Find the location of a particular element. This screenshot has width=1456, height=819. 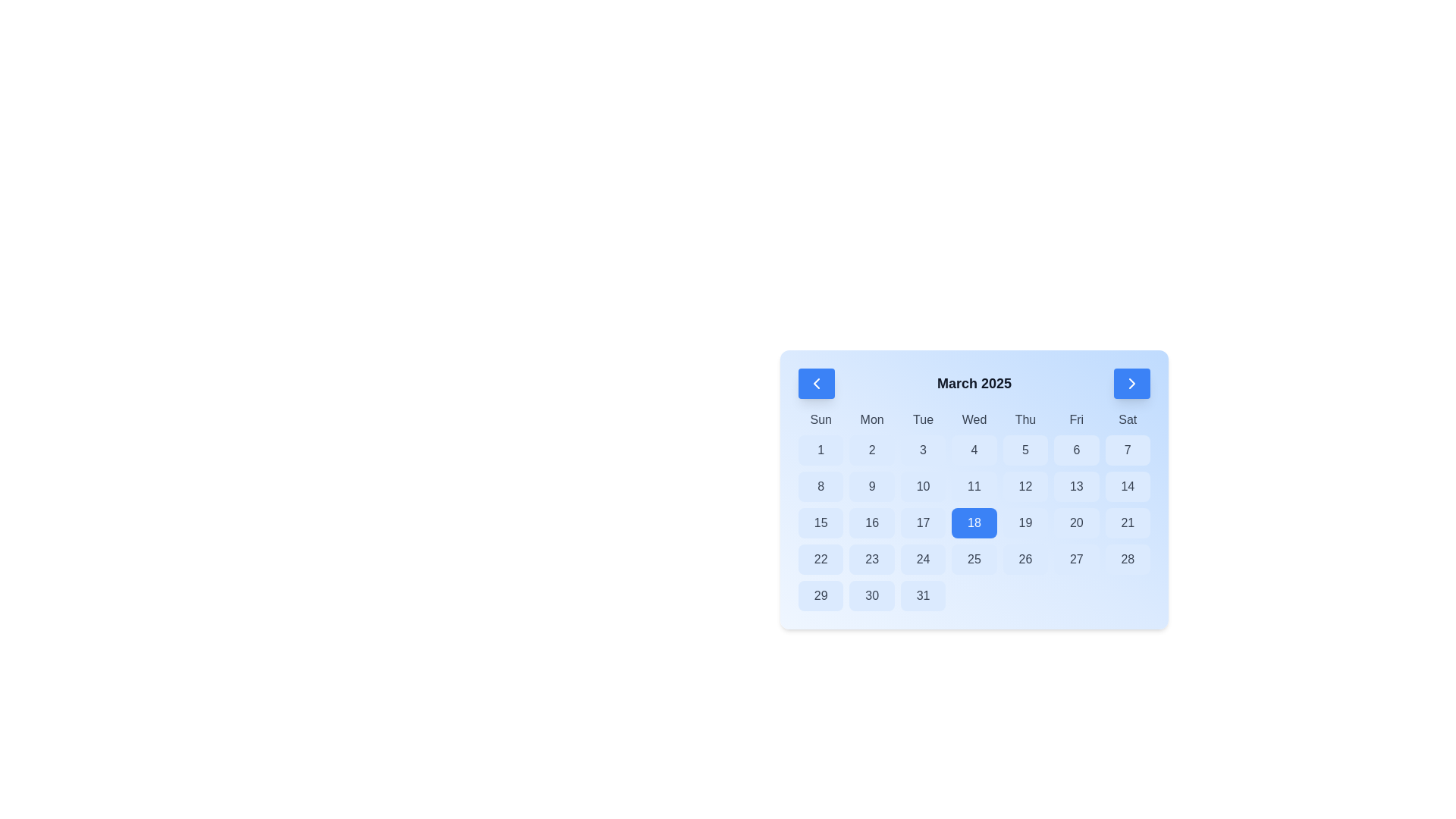

the selectable date cell in the calendar for March 2025, located in the fourth week under the 'Wed' column is located at coordinates (974, 511).